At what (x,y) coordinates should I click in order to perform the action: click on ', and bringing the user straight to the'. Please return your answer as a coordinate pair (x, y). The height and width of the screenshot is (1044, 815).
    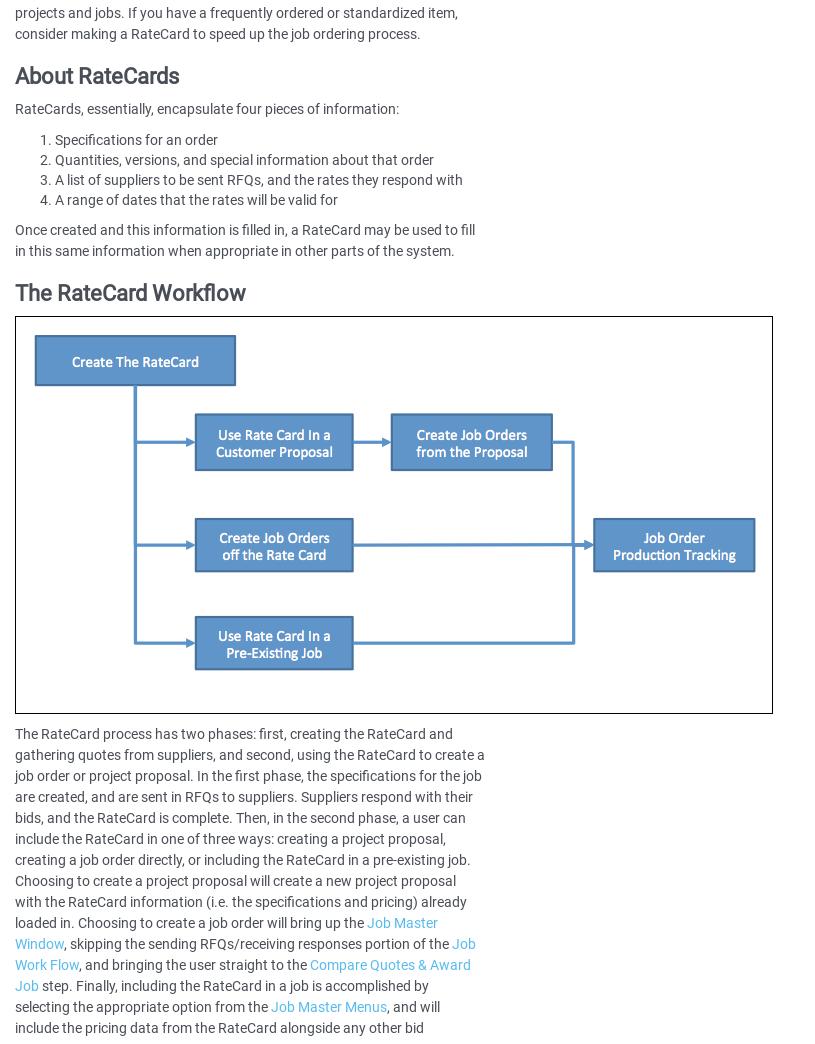
    Looking at the image, I should click on (194, 963).